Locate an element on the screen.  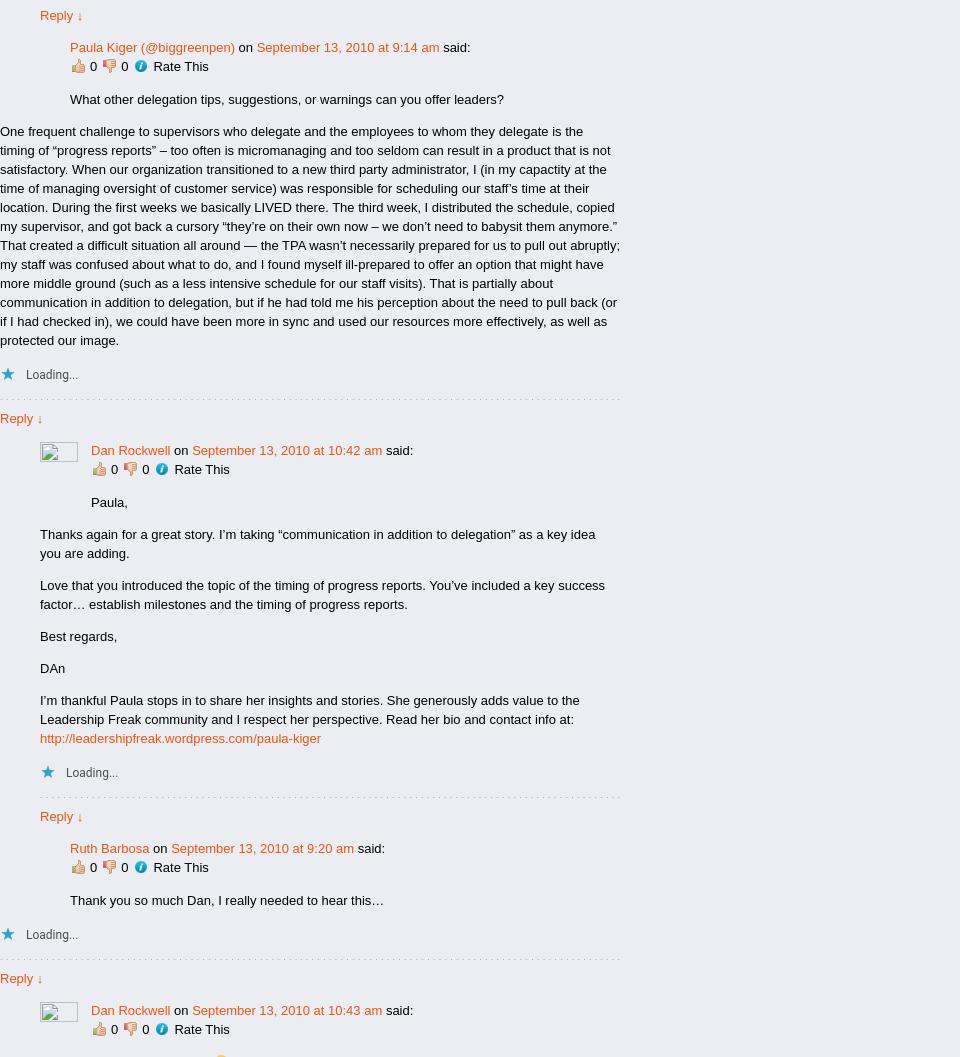
'Thank you so much Dan, I really needed to hear this…' is located at coordinates (227, 898).